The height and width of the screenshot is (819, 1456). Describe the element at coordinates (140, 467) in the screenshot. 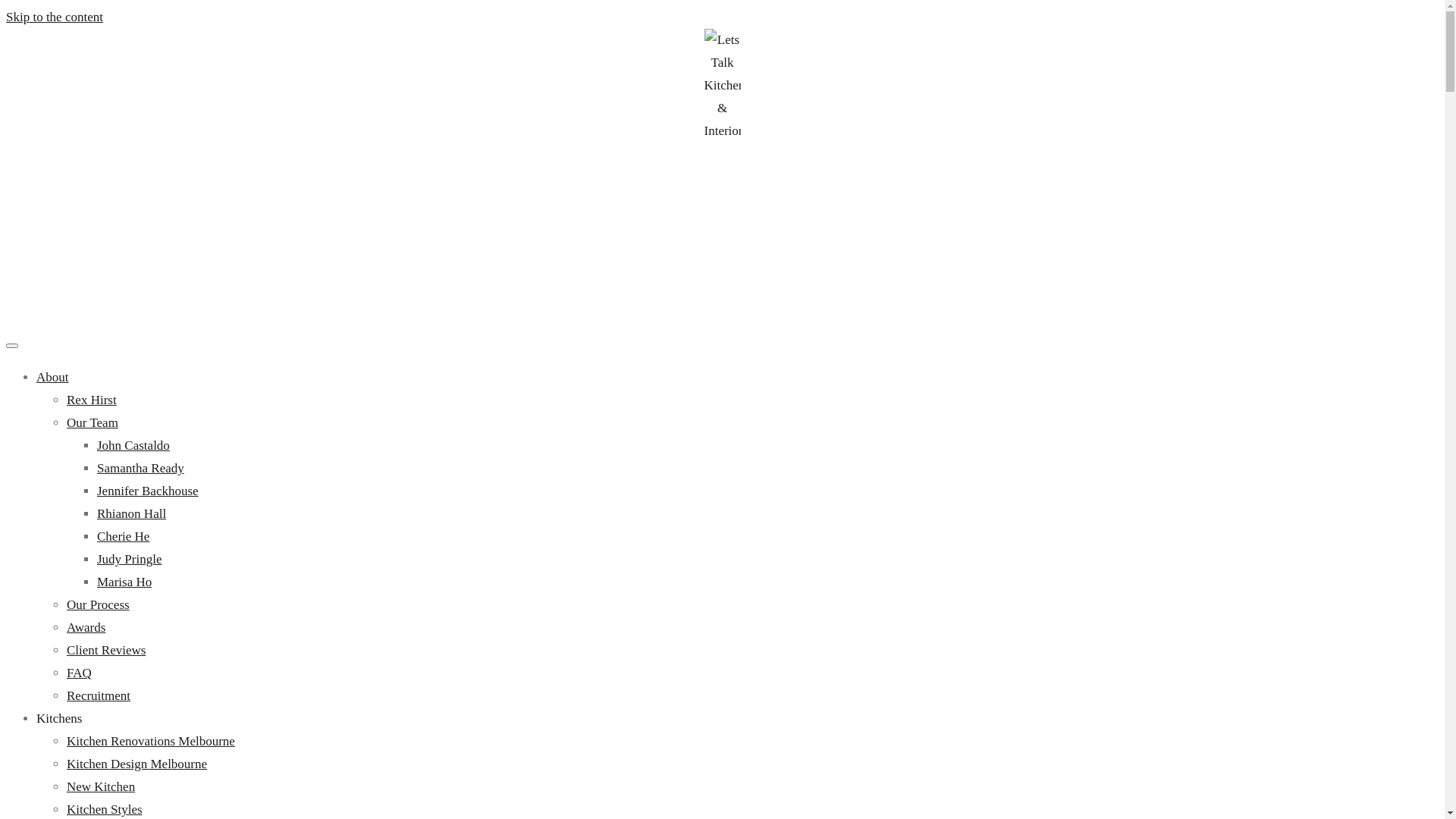

I see `'Samantha Ready'` at that location.